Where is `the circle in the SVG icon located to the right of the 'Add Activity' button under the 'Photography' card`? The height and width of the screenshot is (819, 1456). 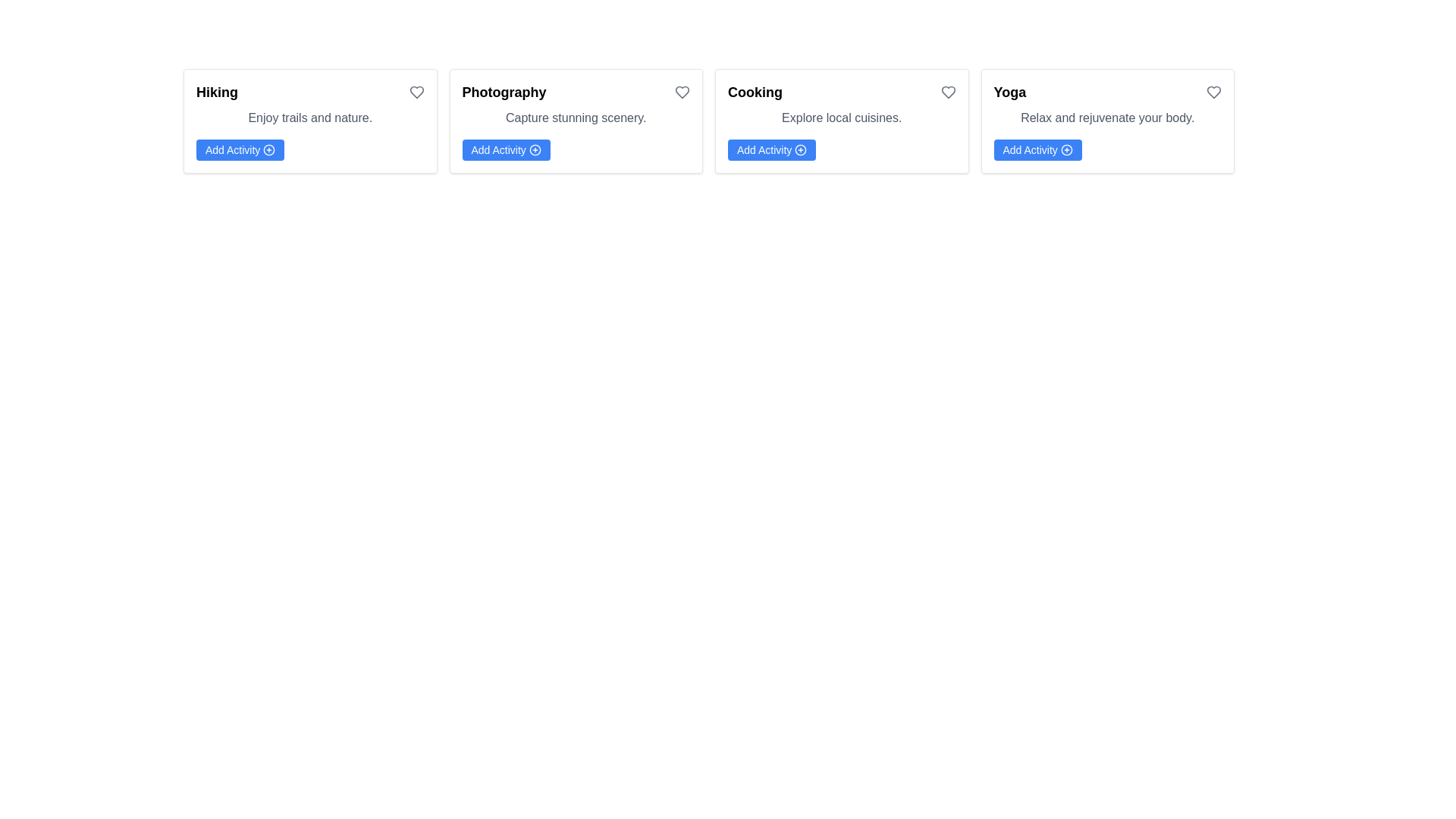 the circle in the SVG icon located to the right of the 'Add Activity' button under the 'Photography' card is located at coordinates (535, 149).